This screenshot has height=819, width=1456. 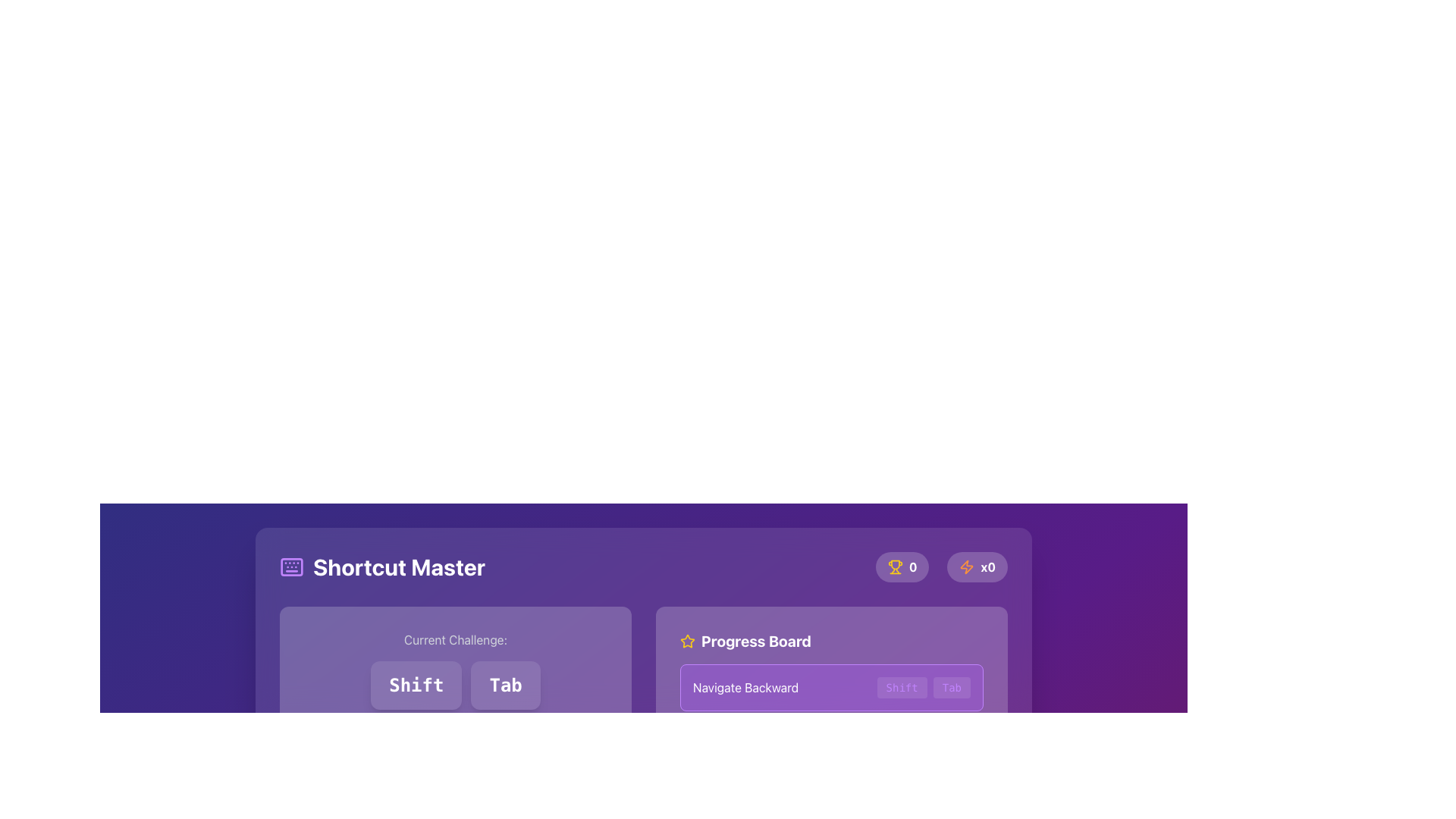 What do you see at coordinates (291, 567) in the screenshot?
I see `the graphical icon resembling a keyboard, which is a small, rectangular shape with rounded edges, styled within a purple and violet interface, located near the title 'Shortcut Master'` at bounding box center [291, 567].